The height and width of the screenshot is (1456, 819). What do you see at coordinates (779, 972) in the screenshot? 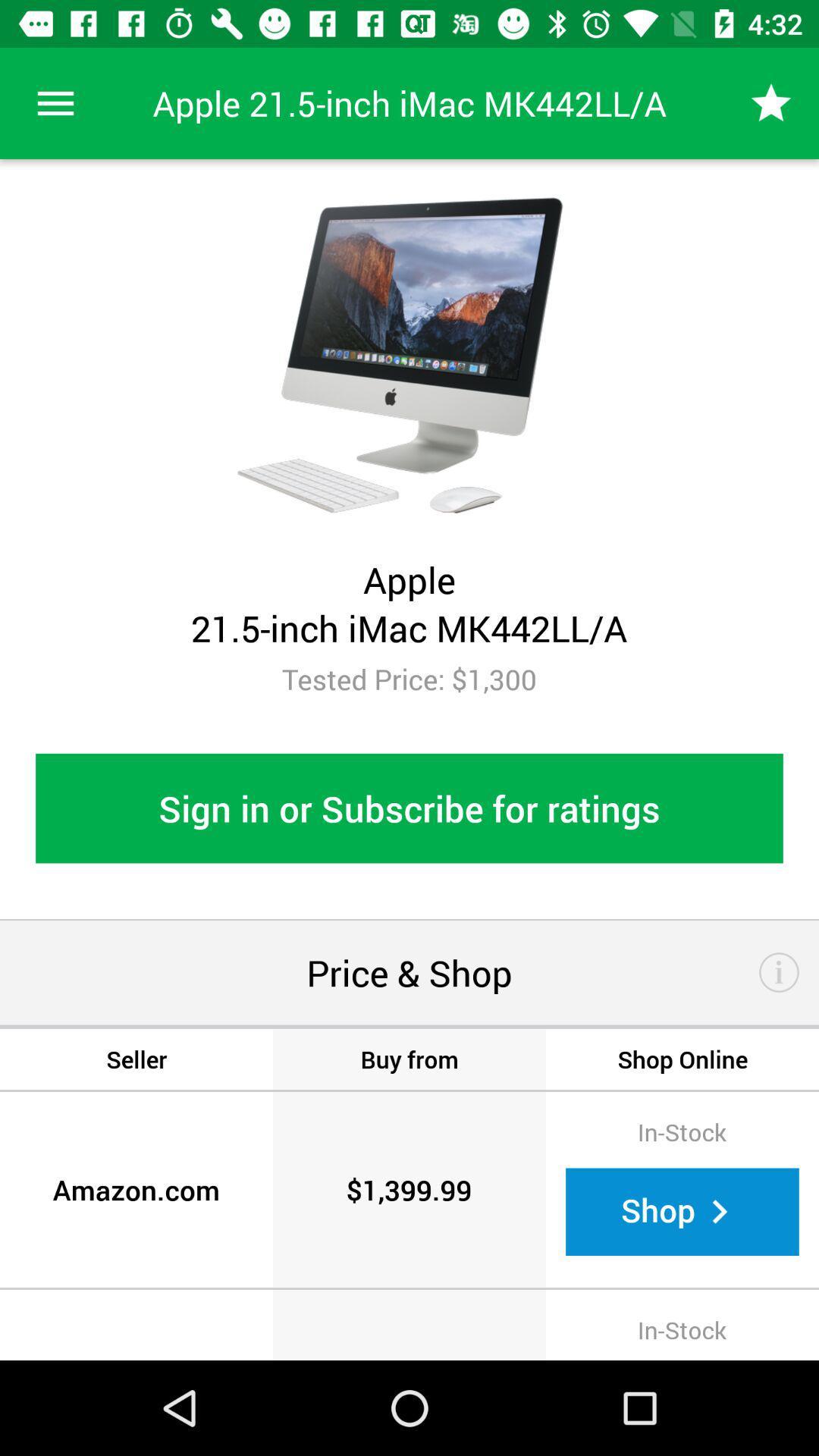
I see `see more information` at bounding box center [779, 972].